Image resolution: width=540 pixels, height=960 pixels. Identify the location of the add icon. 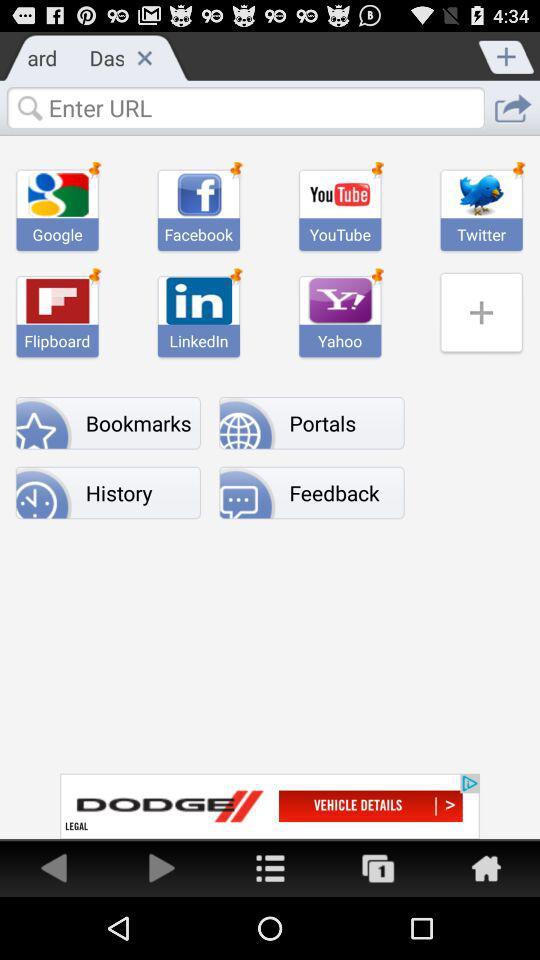
(507, 58).